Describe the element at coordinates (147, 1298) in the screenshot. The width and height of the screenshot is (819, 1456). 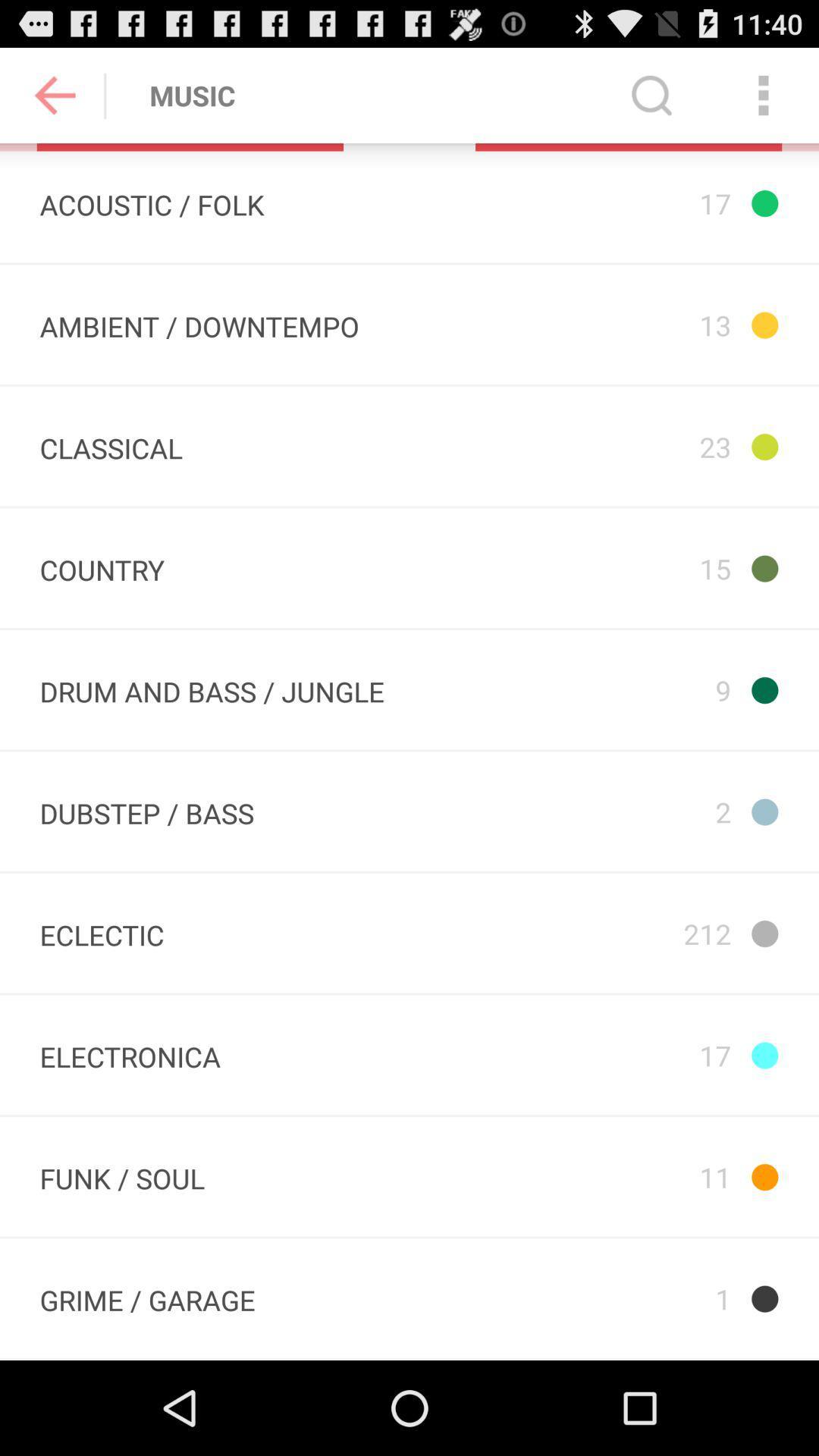
I see `the app to the left of the 11 icon` at that location.